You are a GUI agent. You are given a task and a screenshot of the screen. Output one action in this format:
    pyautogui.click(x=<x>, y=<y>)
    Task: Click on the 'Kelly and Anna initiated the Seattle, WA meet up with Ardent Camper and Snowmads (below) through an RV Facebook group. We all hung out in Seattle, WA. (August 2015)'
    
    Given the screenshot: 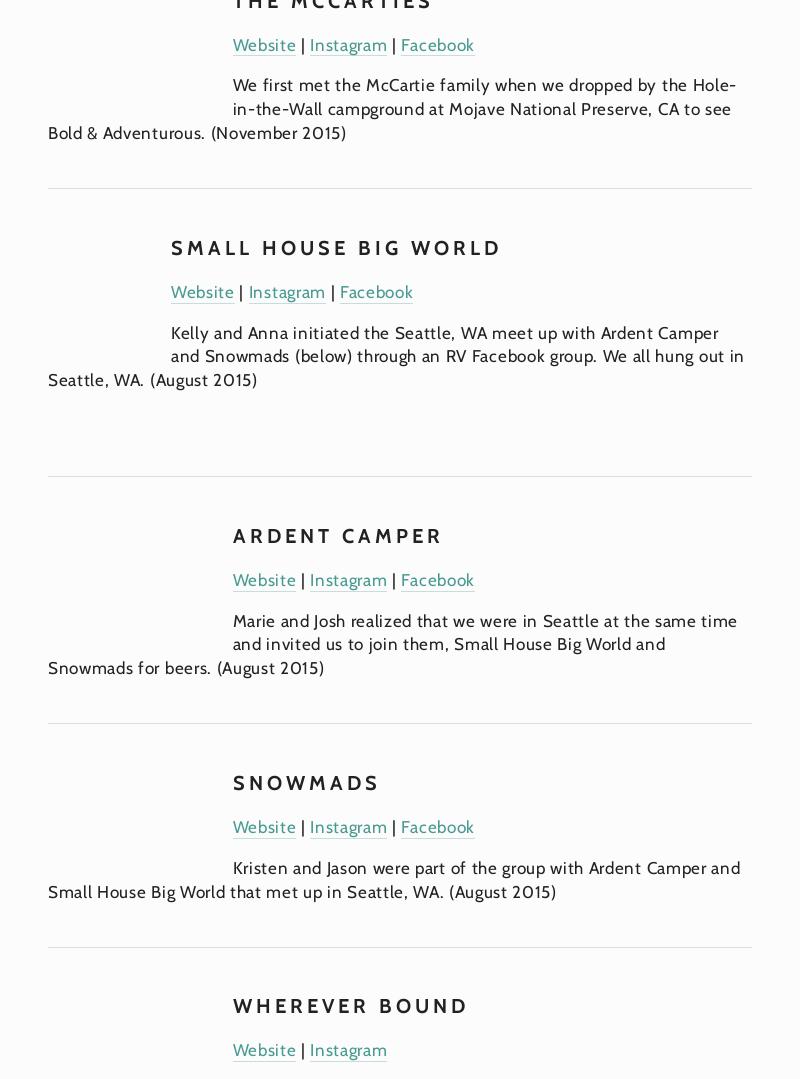 What is the action you would take?
    pyautogui.click(x=397, y=355)
    